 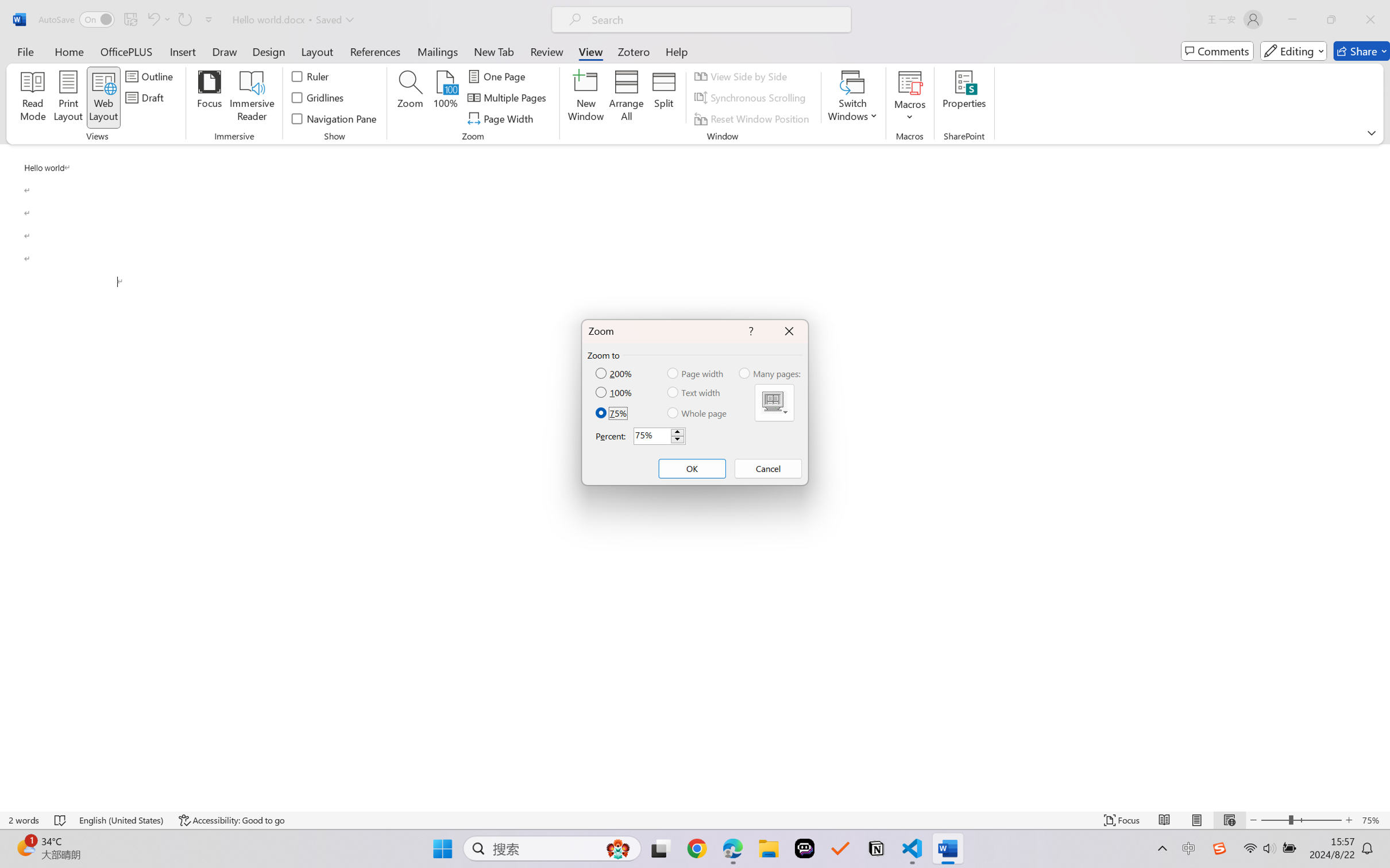 What do you see at coordinates (318, 98) in the screenshot?
I see `'Gridlines'` at bounding box center [318, 98].